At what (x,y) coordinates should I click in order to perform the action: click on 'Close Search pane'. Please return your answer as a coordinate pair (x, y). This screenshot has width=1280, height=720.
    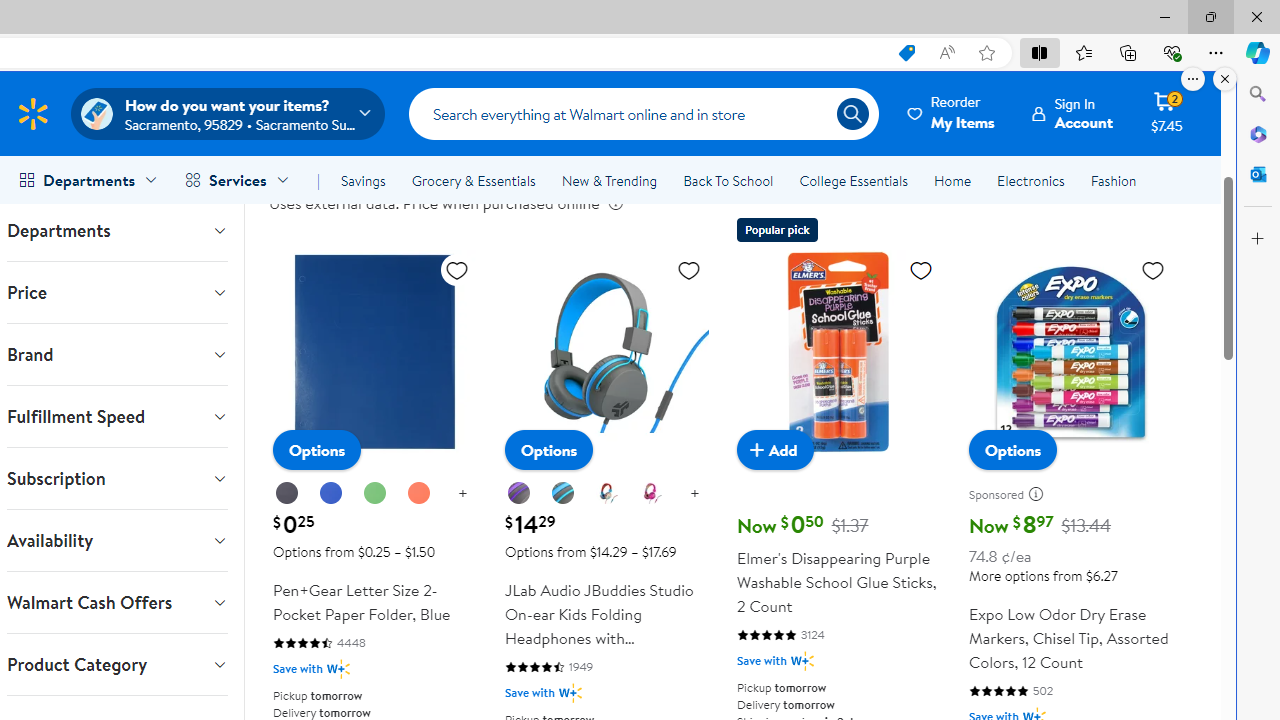
    Looking at the image, I should click on (1257, 94).